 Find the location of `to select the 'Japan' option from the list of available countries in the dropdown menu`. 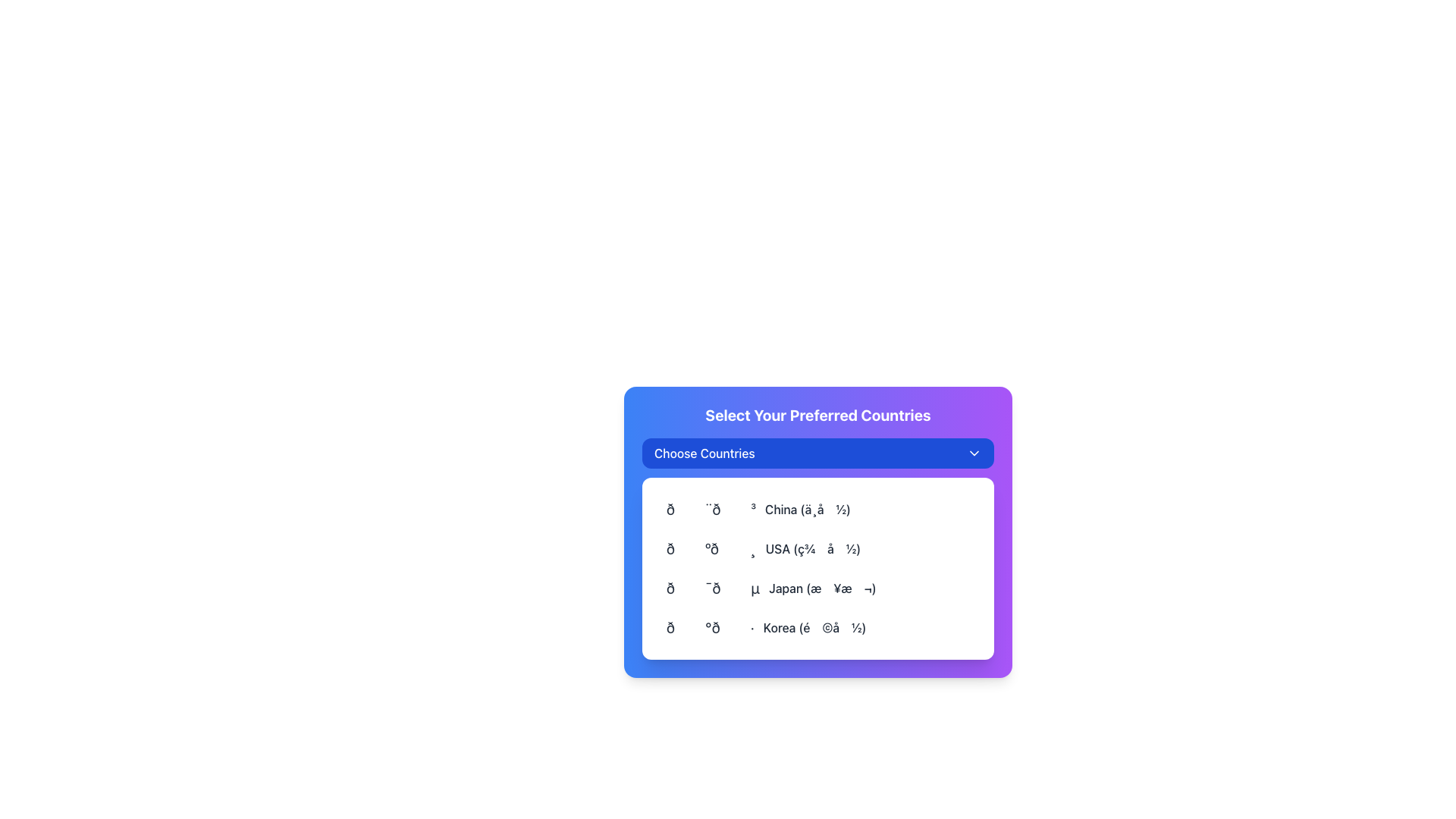

to select the 'Japan' option from the list of available countries in the dropdown menu is located at coordinates (817, 587).